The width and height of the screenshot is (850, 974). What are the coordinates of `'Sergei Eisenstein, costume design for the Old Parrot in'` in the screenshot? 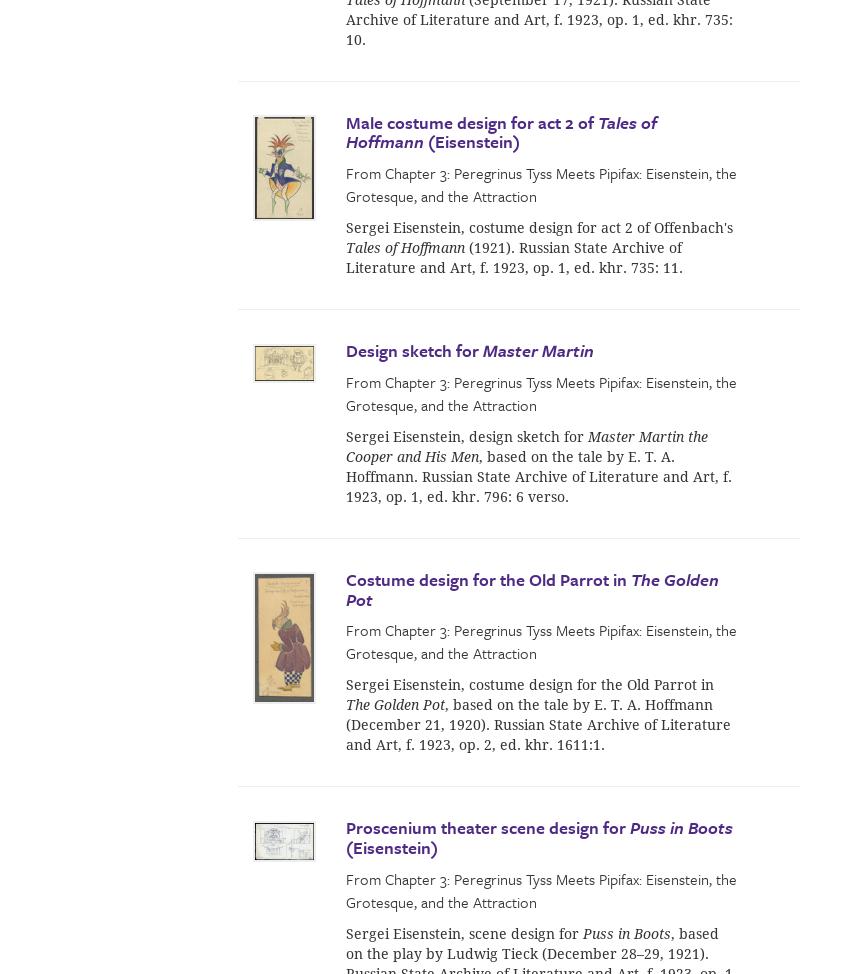 It's located at (345, 685).